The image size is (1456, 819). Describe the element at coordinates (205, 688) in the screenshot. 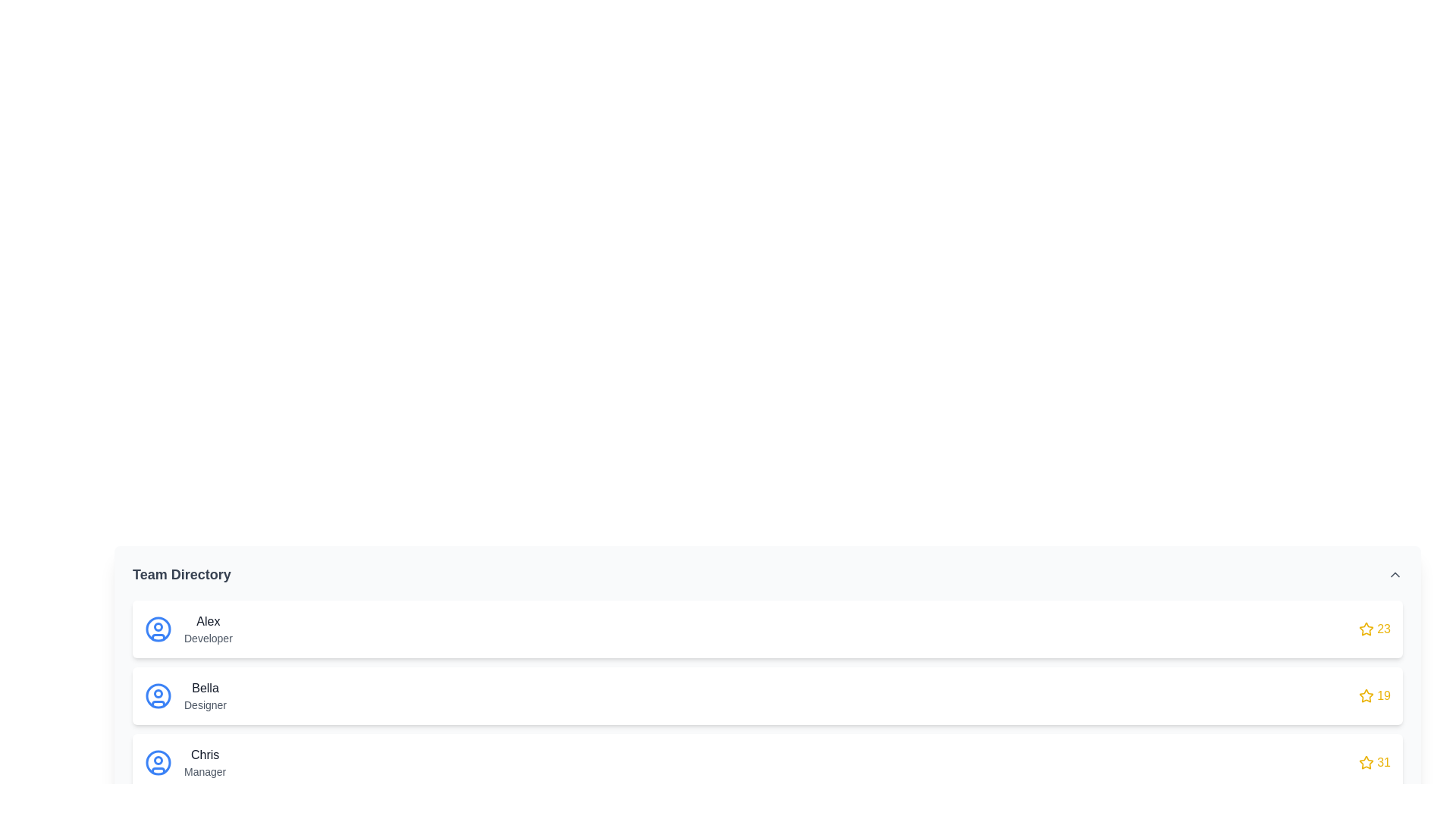

I see `text from the label displaying 'Bella', which is located above the descriptive text 'Designer' in the second entry of the team directory list` at that location.